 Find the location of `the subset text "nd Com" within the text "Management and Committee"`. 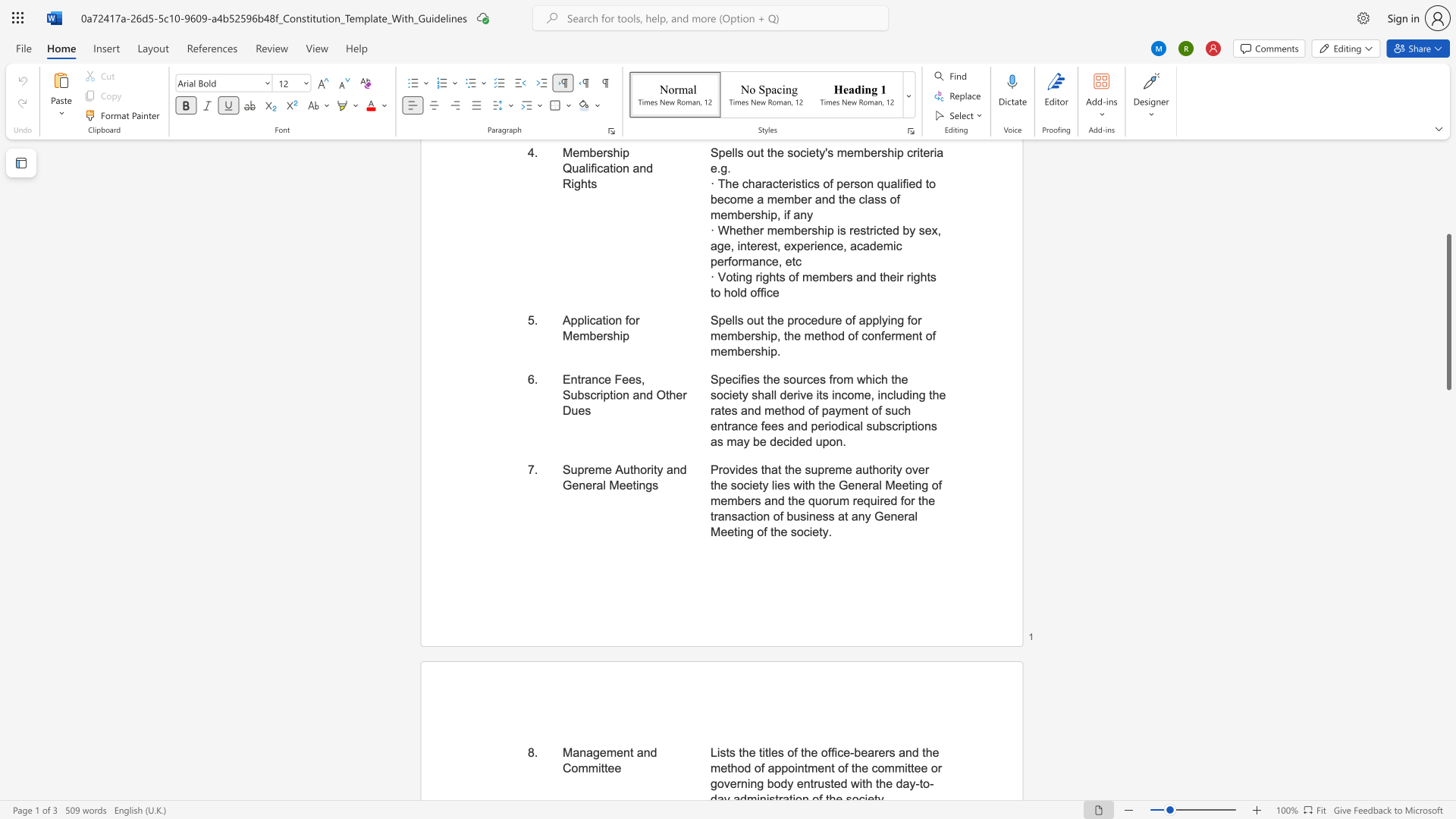

the subset text "nd Com" within the text "Management and Committee" is located at coordinates (643, 752).